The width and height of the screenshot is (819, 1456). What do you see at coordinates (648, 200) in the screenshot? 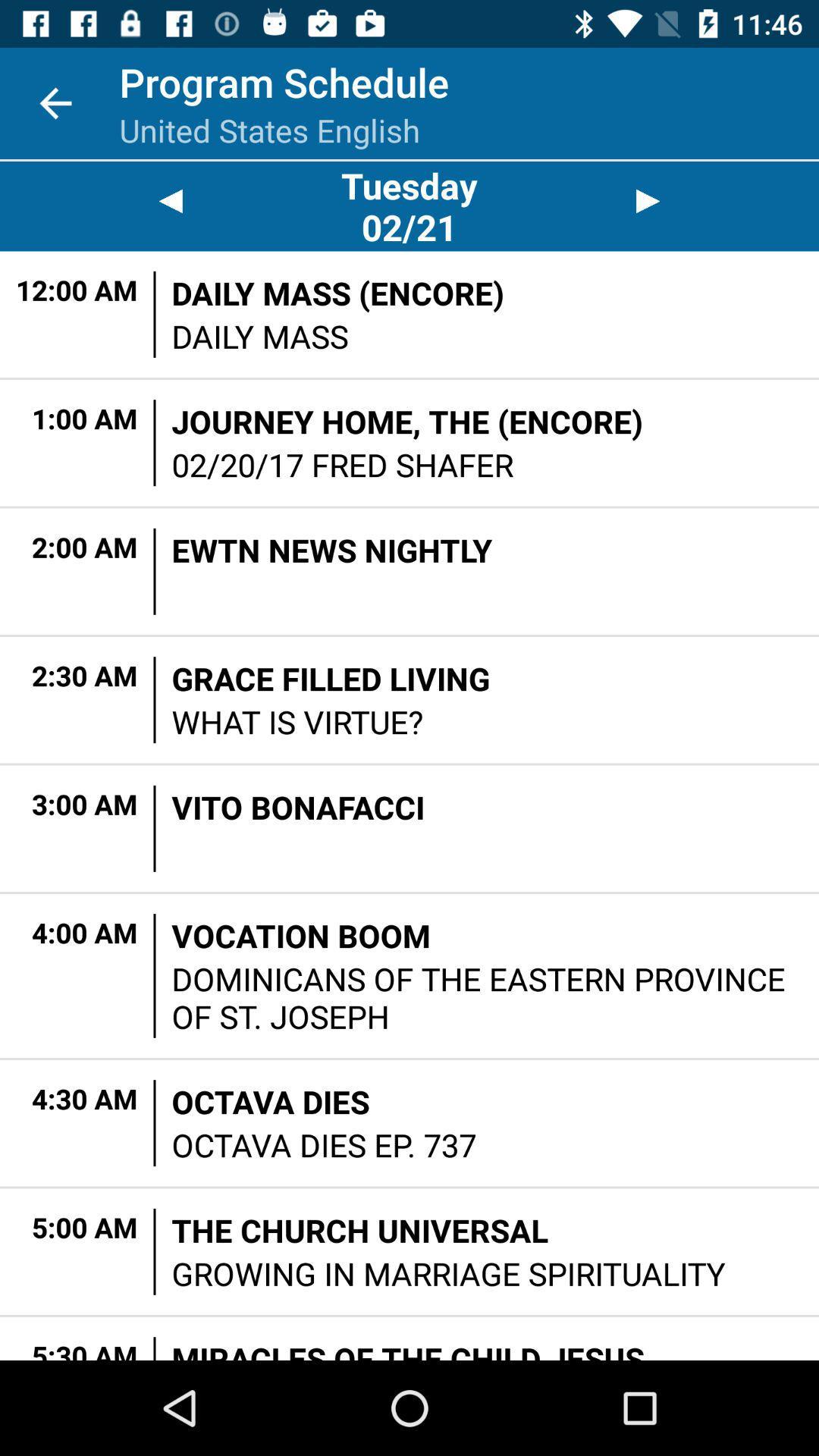
I see `go forward` at bounding box center [648, 200].